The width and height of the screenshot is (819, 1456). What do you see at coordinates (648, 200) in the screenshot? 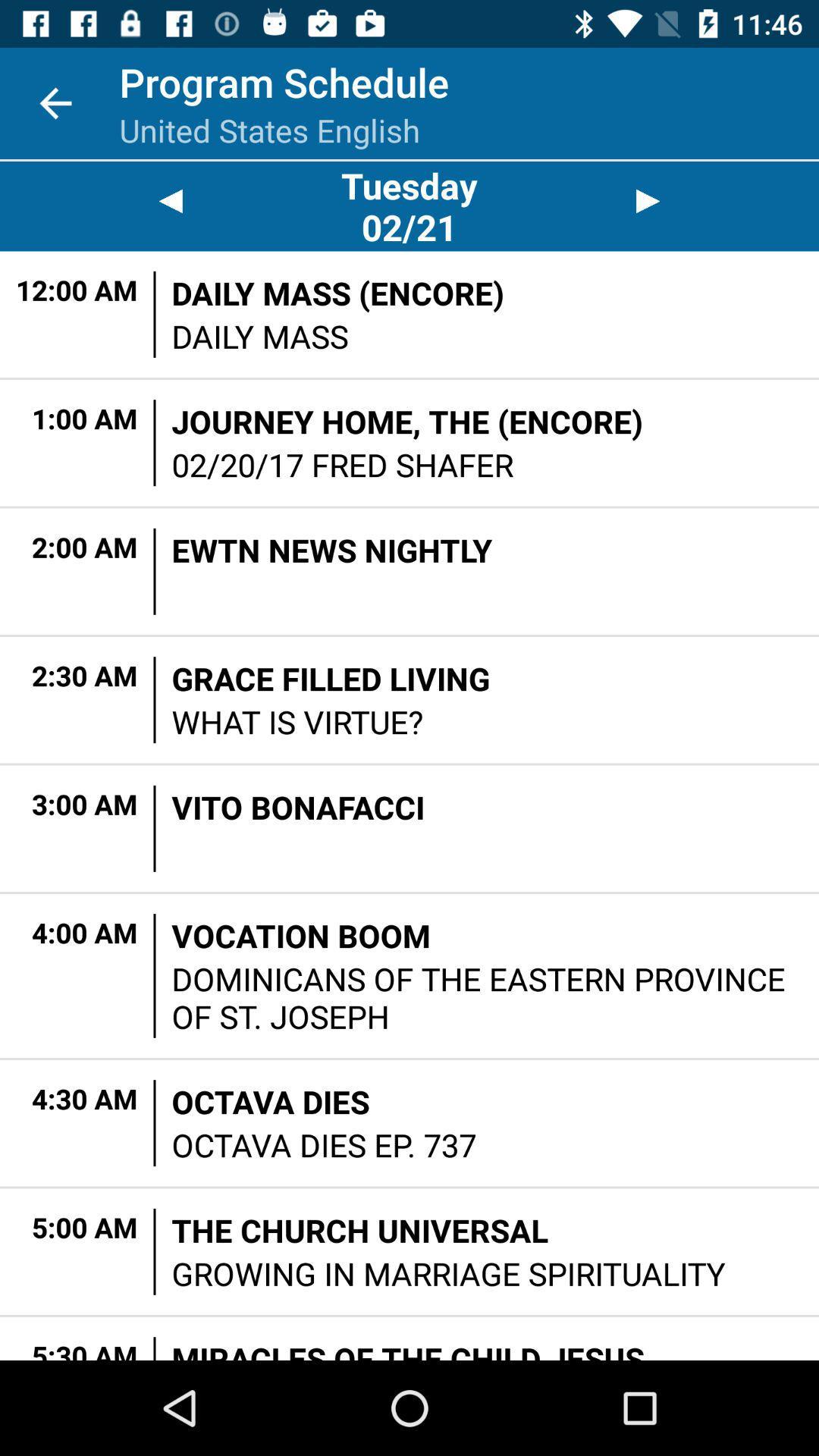
I see `go forward` at bounding box center [648, 200].